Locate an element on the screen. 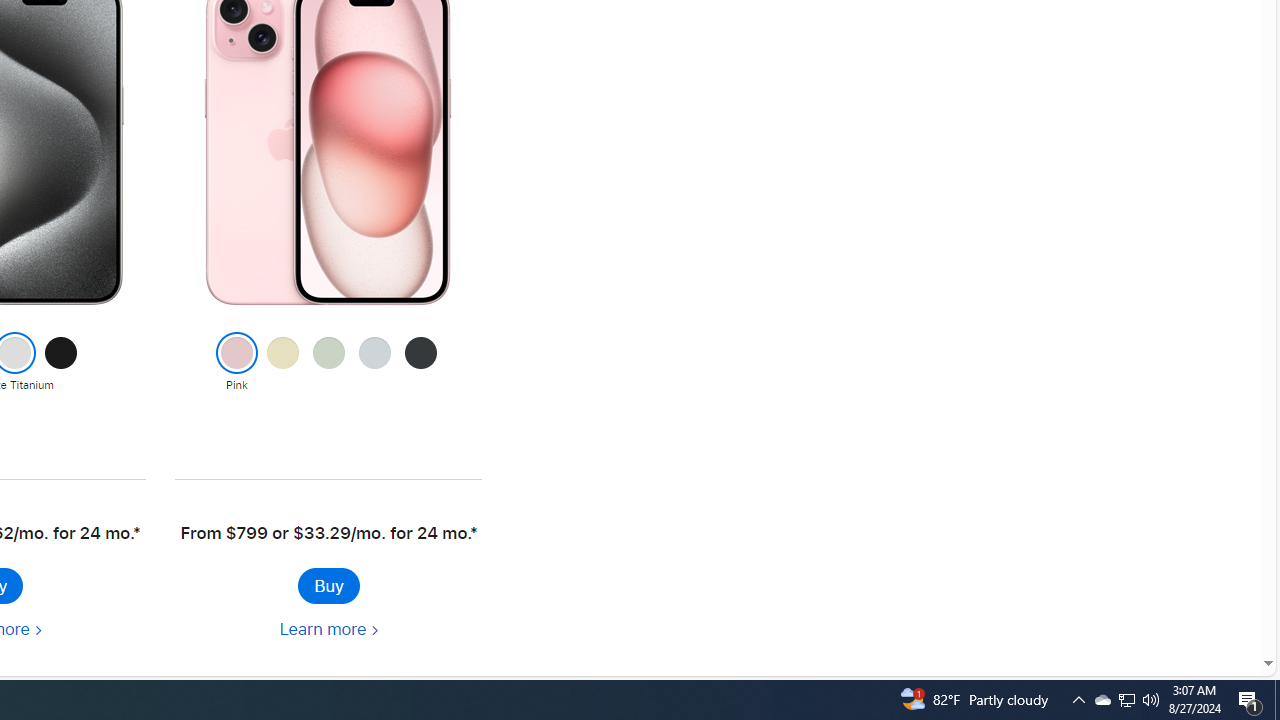 The image size is (1280, 720). 'Class: colornav-link current' is located at coordinates (236, 352).